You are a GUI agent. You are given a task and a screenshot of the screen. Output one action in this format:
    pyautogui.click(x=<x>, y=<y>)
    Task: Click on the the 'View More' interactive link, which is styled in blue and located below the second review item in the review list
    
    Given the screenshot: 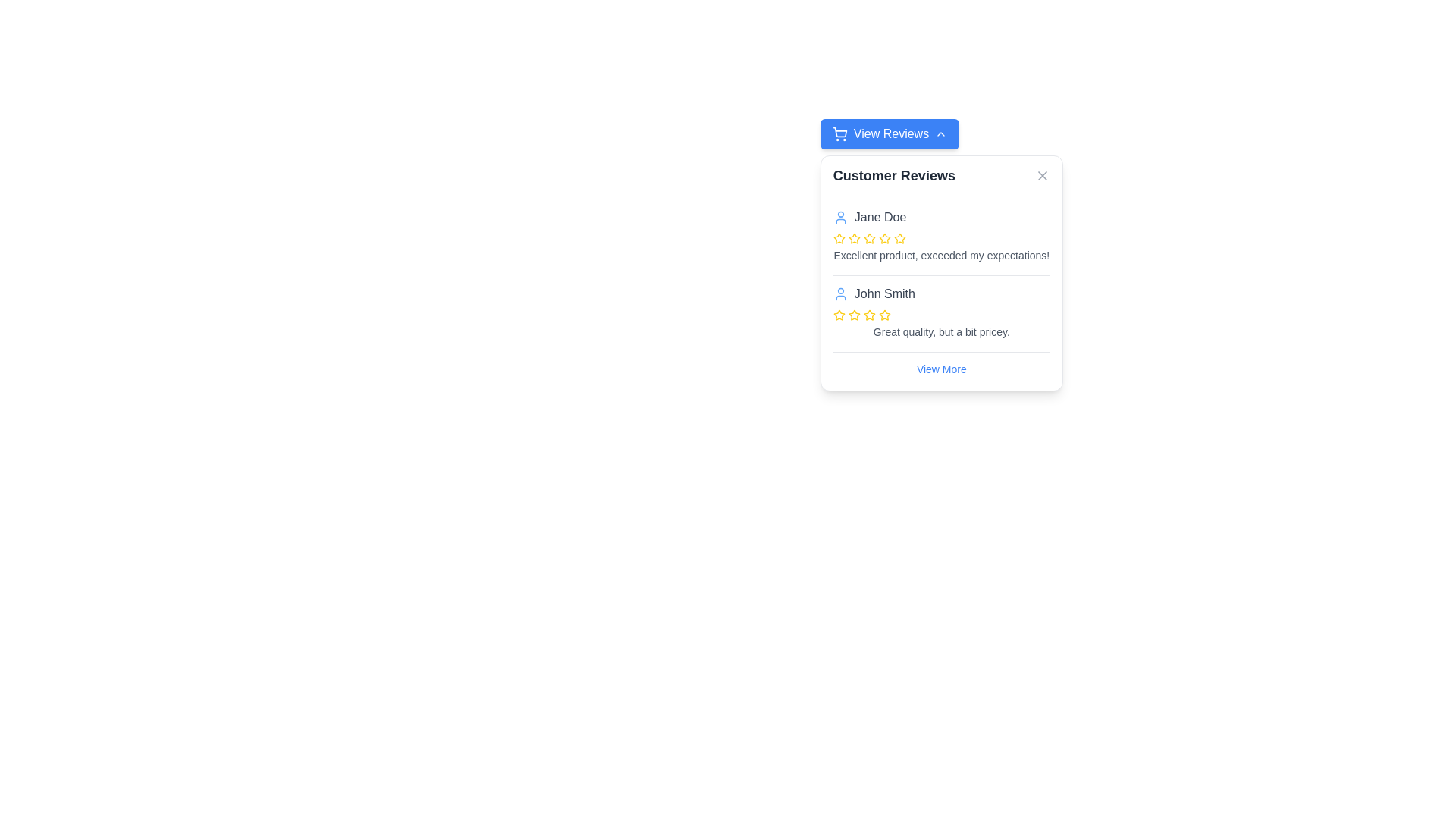 What is the action you would take?
    pyautogui.click(x=940, y=369)
    